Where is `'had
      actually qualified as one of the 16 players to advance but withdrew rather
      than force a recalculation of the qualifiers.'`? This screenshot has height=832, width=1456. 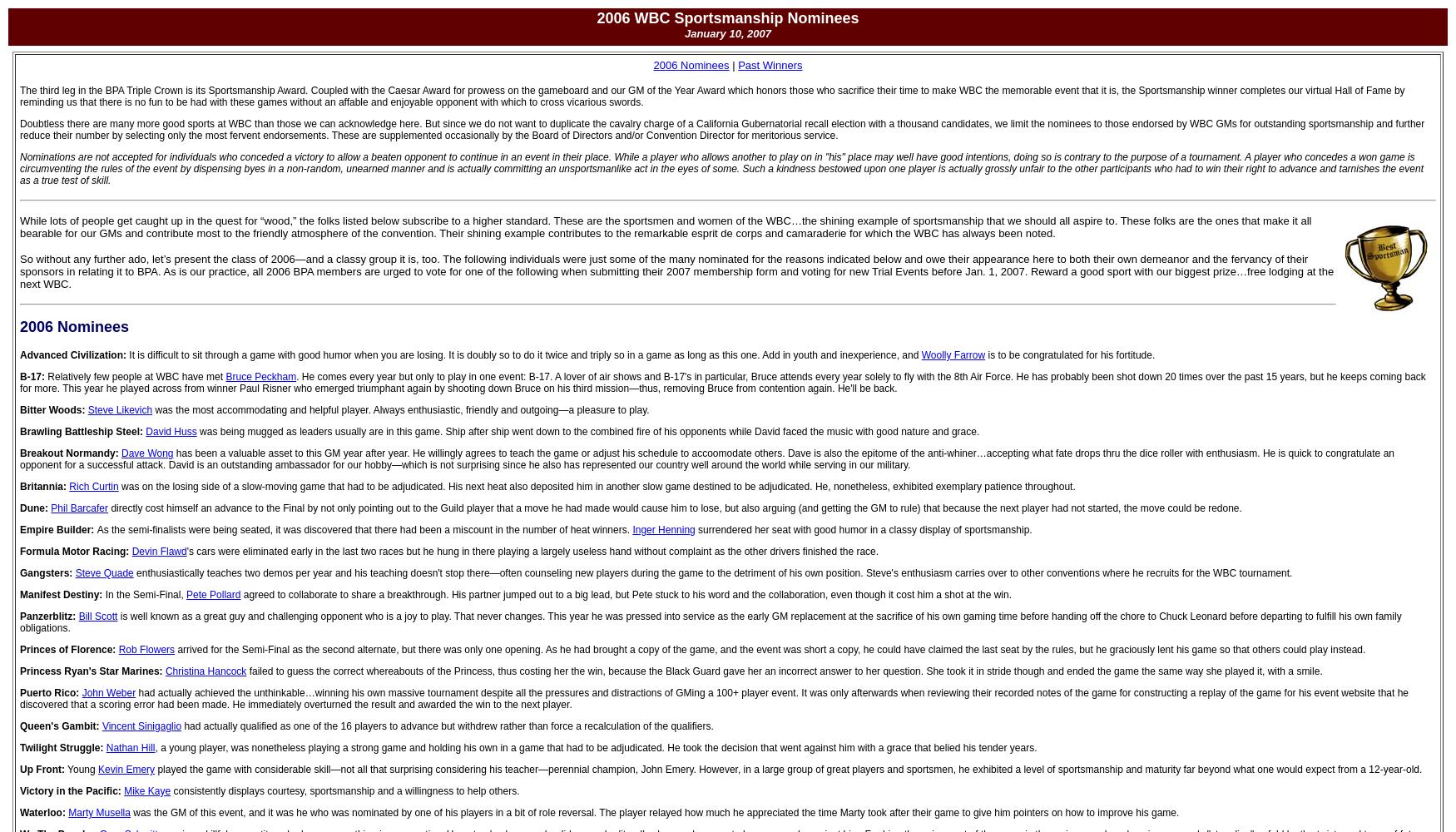 'had
      actually qualified as one of the 16 players to advance but withdrew rather
      than force a recalculation of the qualifiers.' is located at coordinates (446, 726).